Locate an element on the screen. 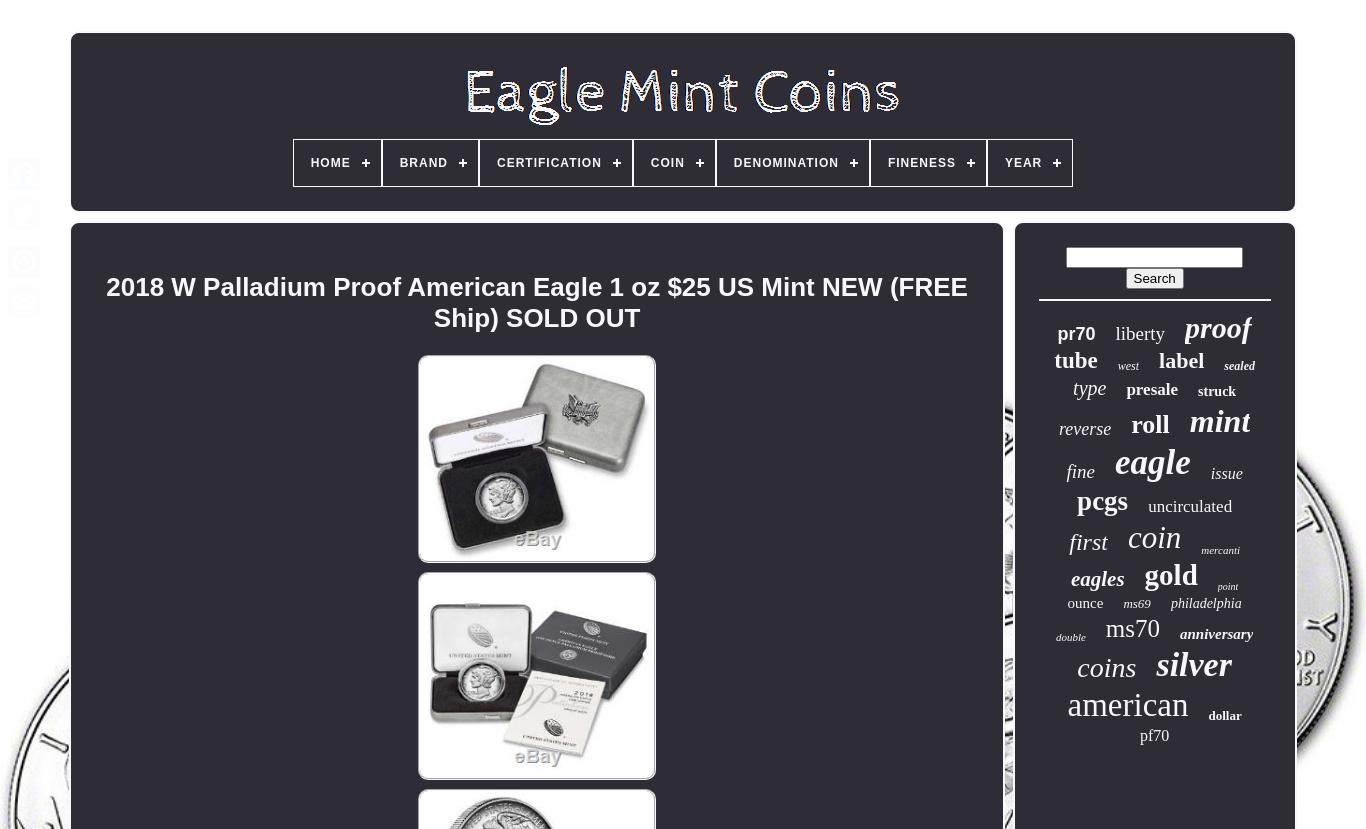 This screenshot has width=1366, height=829. 'double' is located at coordinates (1053, 637).